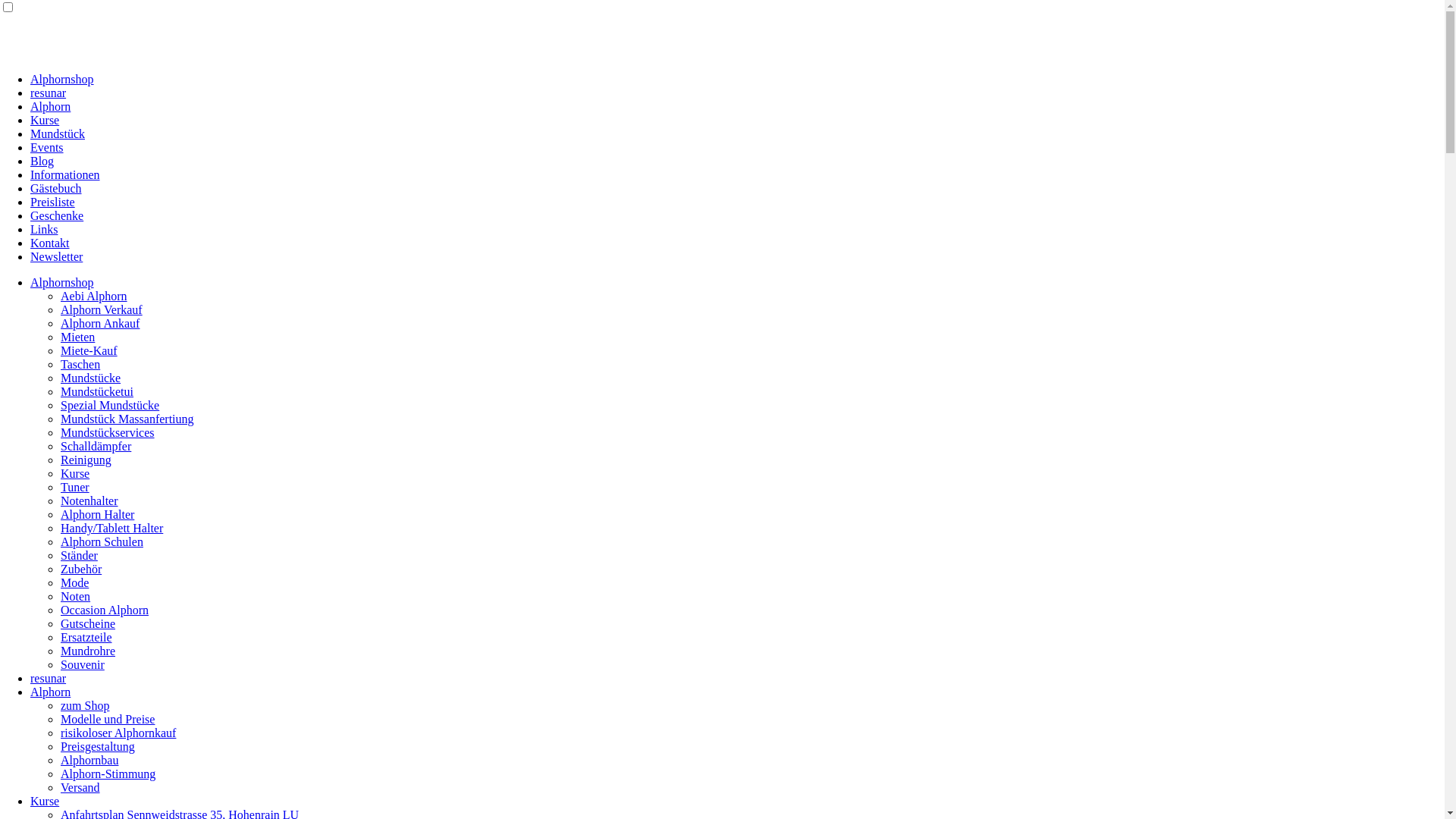 This screenshot has width=1456, height=819. What do you see at coordinates (86, 650) in the screenshot?
I see `'Mundrohre'` at bounding box center [86, 650].